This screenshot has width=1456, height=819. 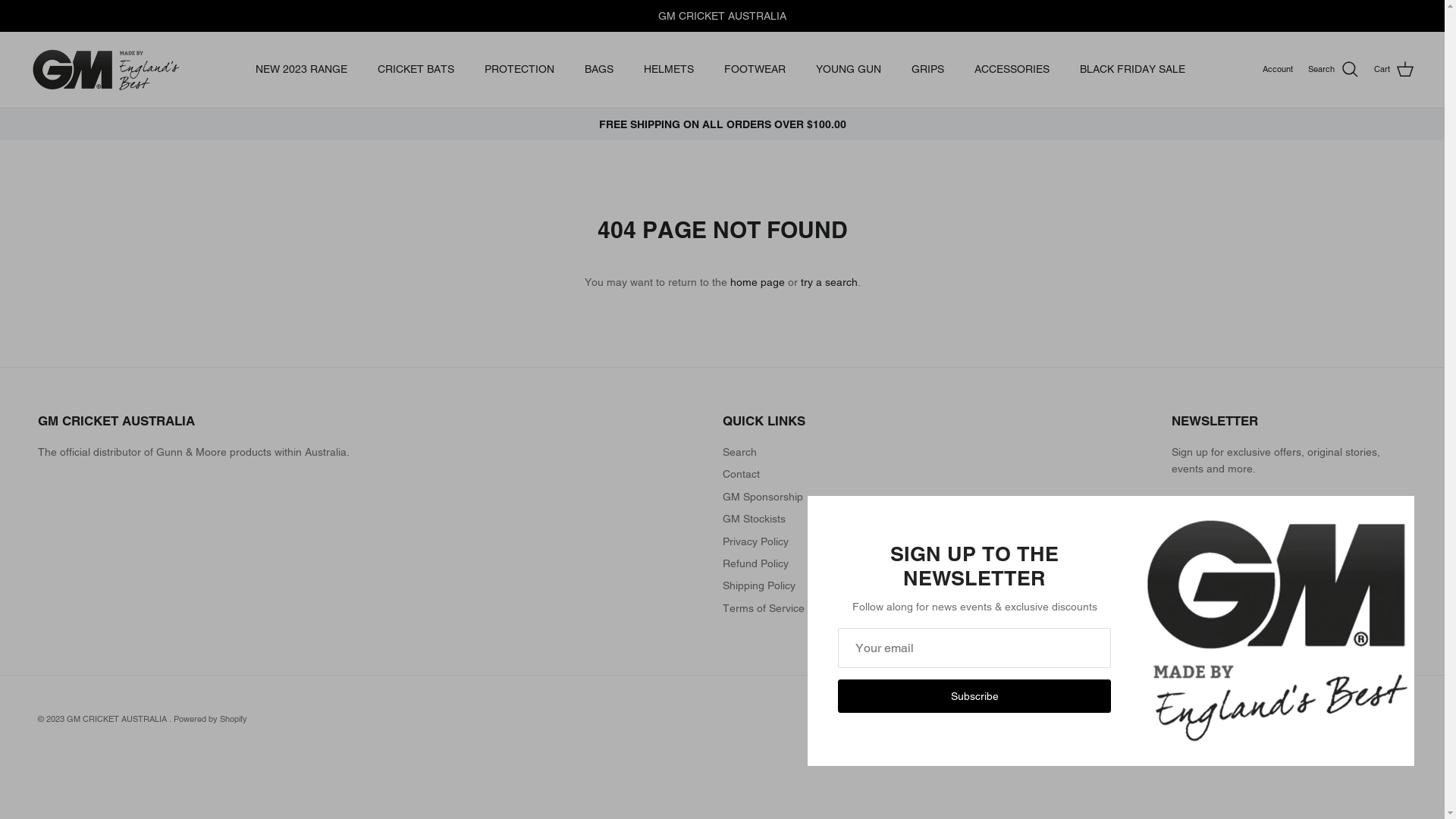 I want to click on 'Search', so click(x=739, y=451).